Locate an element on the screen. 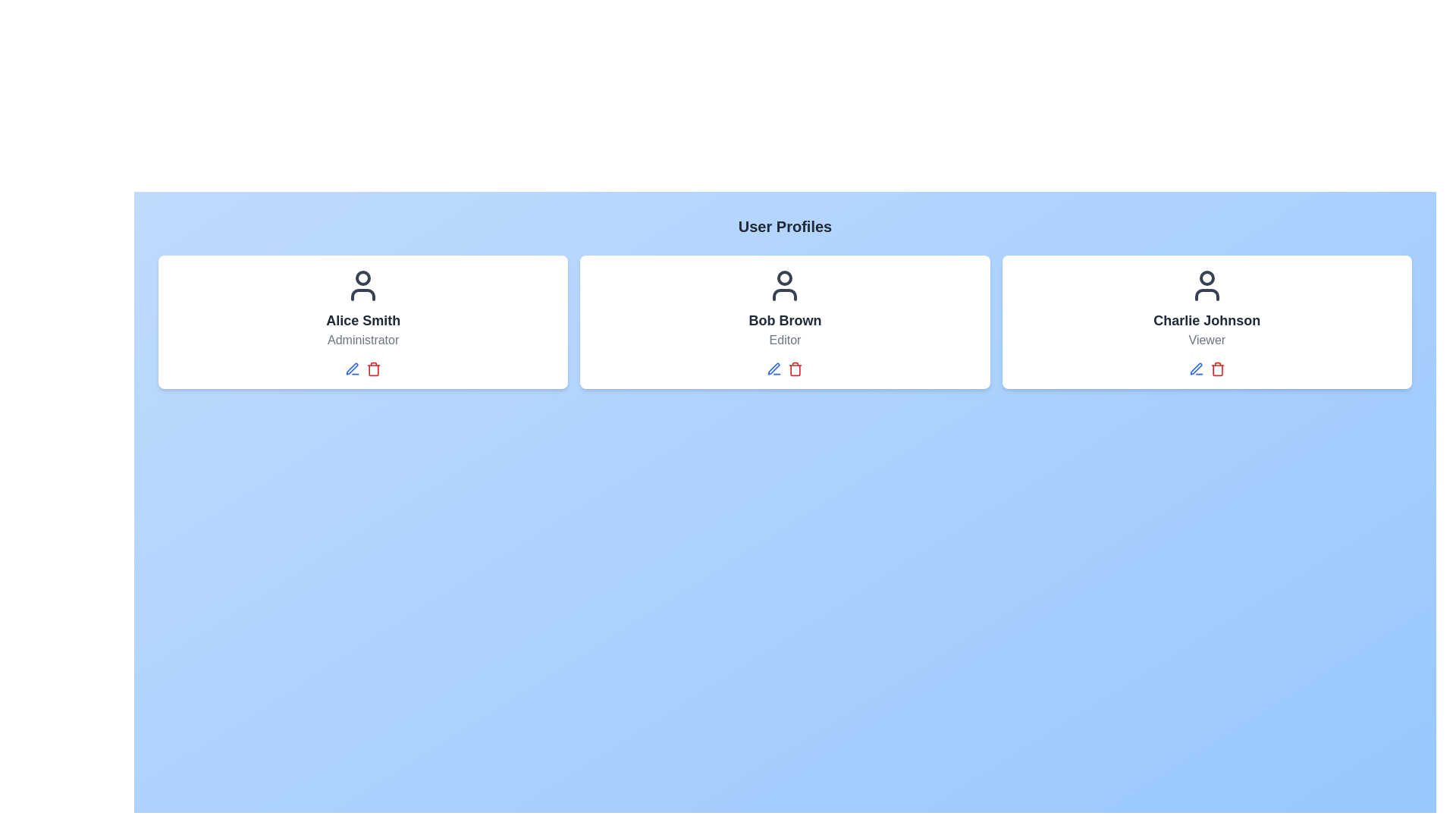 This screenshot has width=1456, height=819. the torso icon of the user avatar for 'Alice Smith', which is located below the head icon in the first profile card is located at coordinates (362, 295).